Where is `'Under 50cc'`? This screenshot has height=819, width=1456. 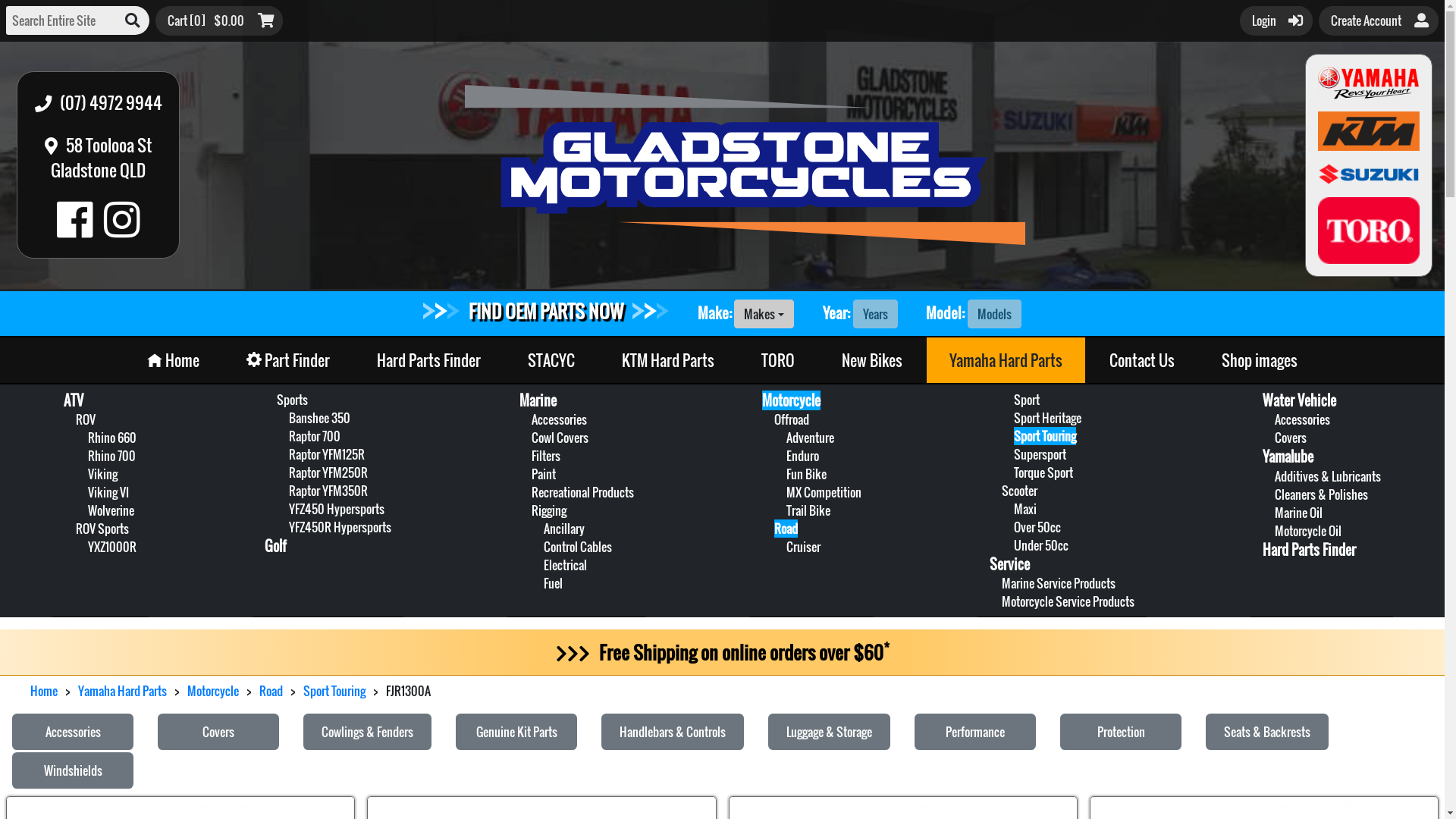 'Under 50cc' is located at coordinates (1040, 544).